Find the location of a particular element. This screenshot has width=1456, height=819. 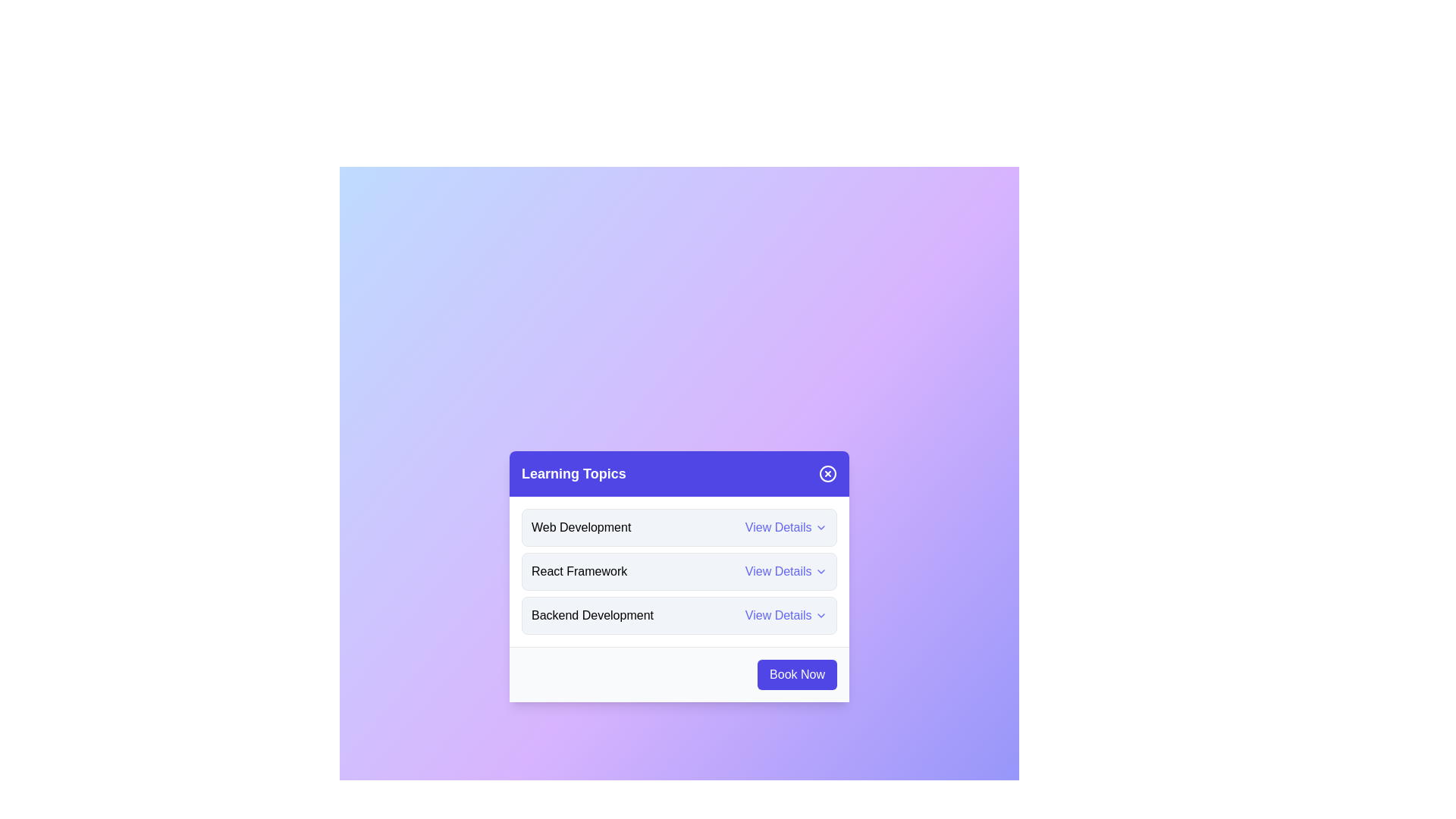

the 'View Details' button for Backend Development is located at coordinates (786, 615).